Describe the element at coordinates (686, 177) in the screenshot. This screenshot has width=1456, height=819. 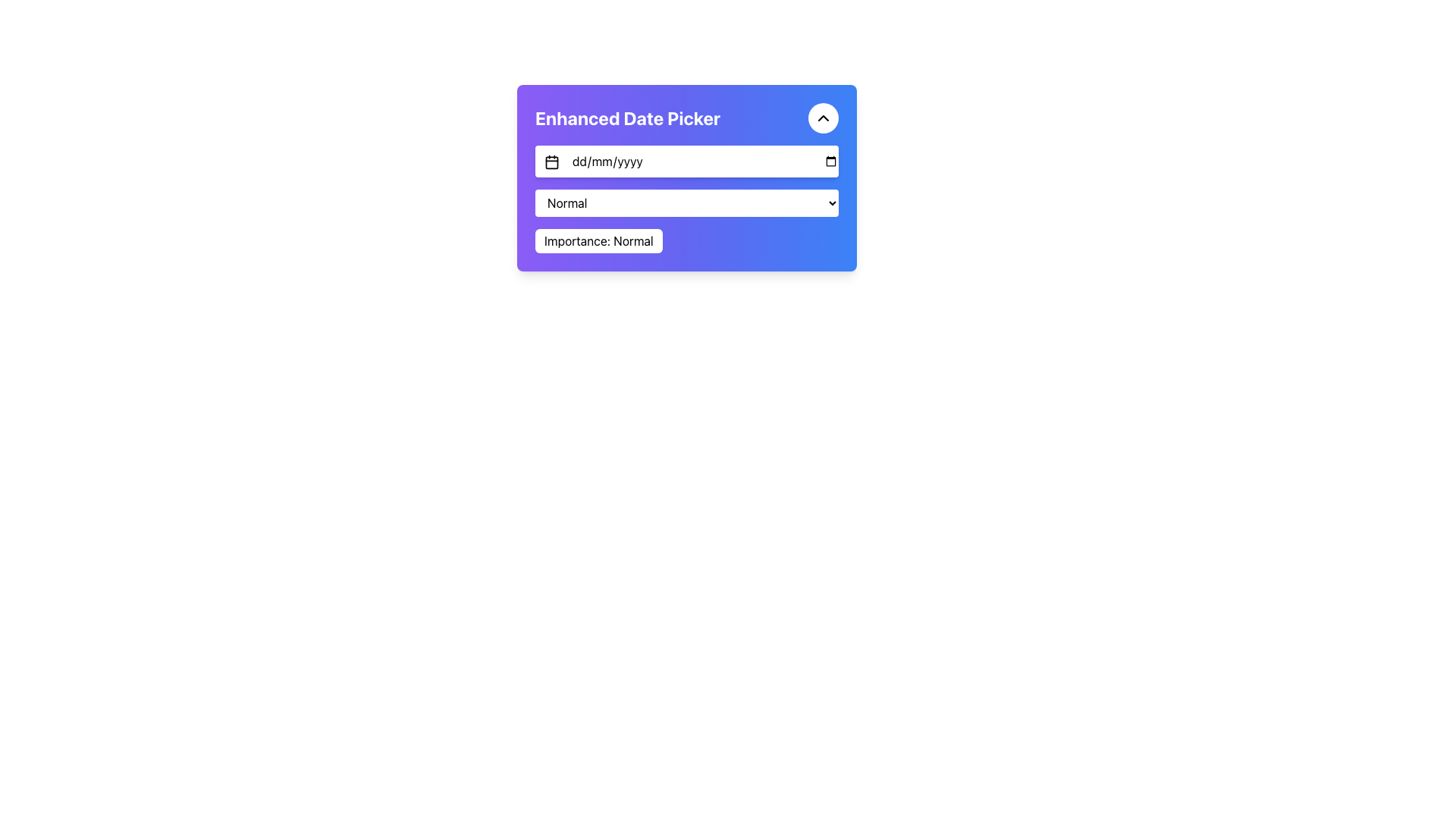
I see `and drag the 'Enhanced Date Picker' composite UI component to reposition it, if it is draggable` at that location.